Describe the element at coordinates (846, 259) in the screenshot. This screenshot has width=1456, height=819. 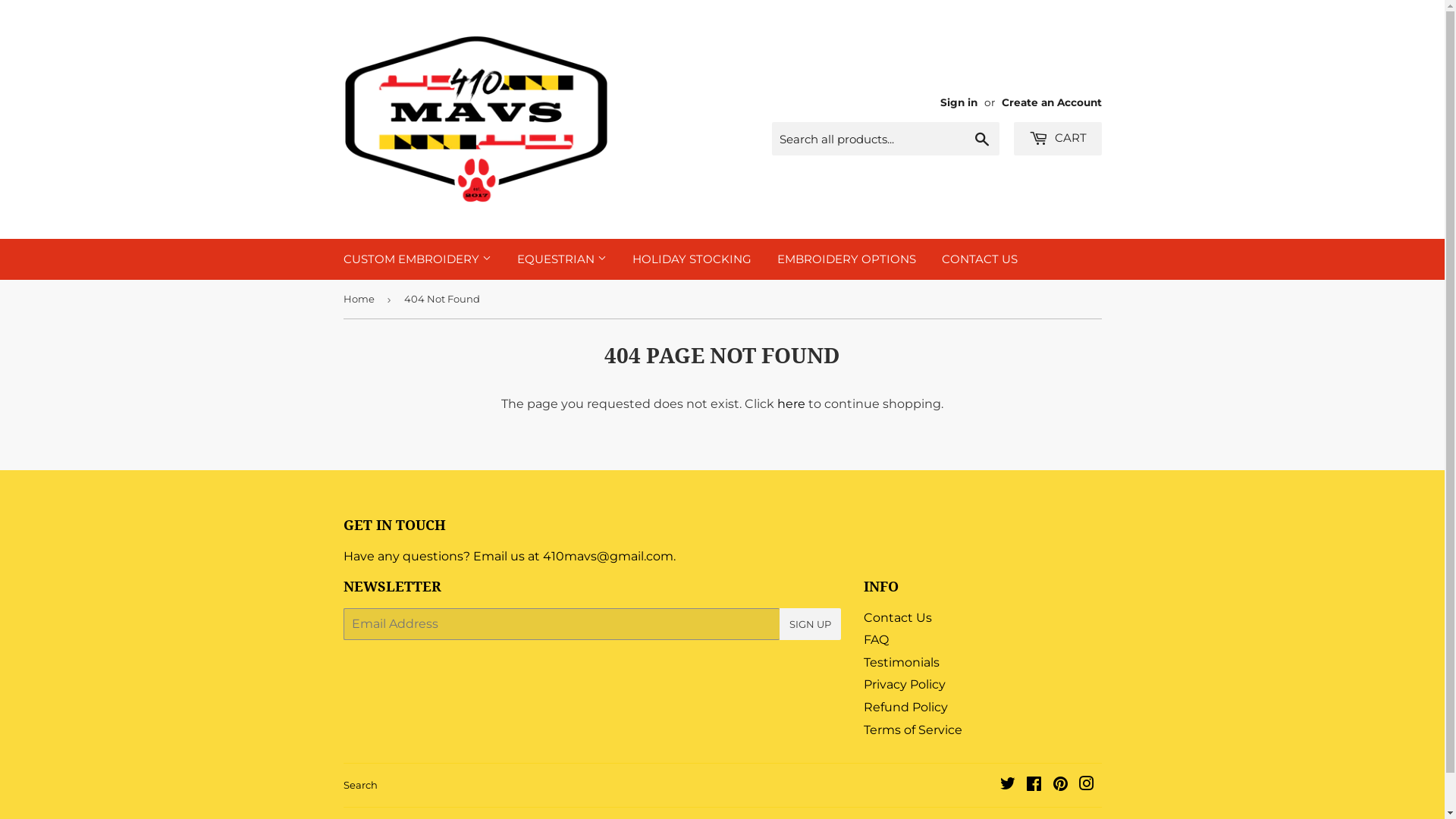
I see `'EMBROIDERY OPTIONS'` at that location.